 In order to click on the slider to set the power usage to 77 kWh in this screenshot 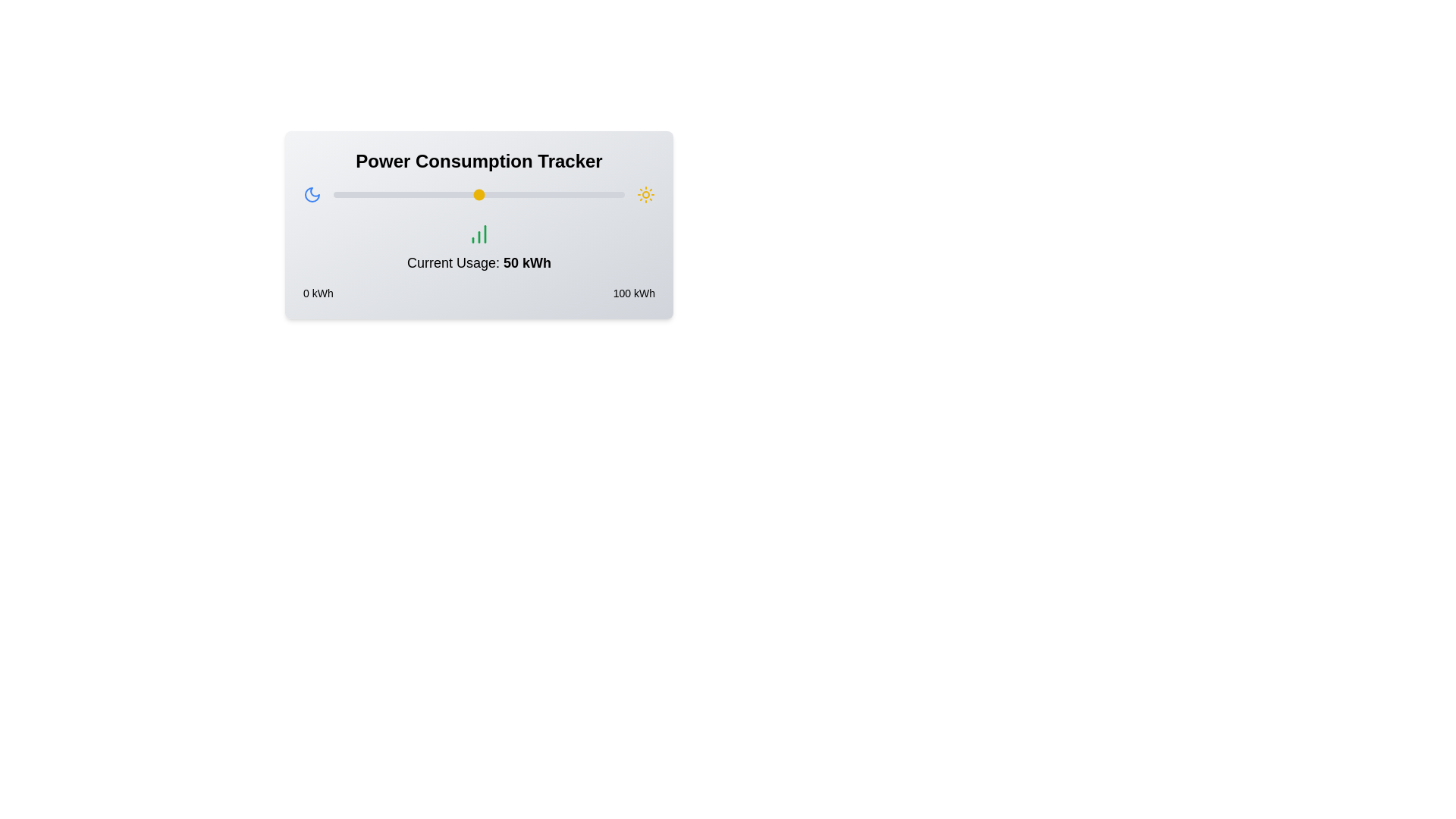, I will do `click(557, 194)`.